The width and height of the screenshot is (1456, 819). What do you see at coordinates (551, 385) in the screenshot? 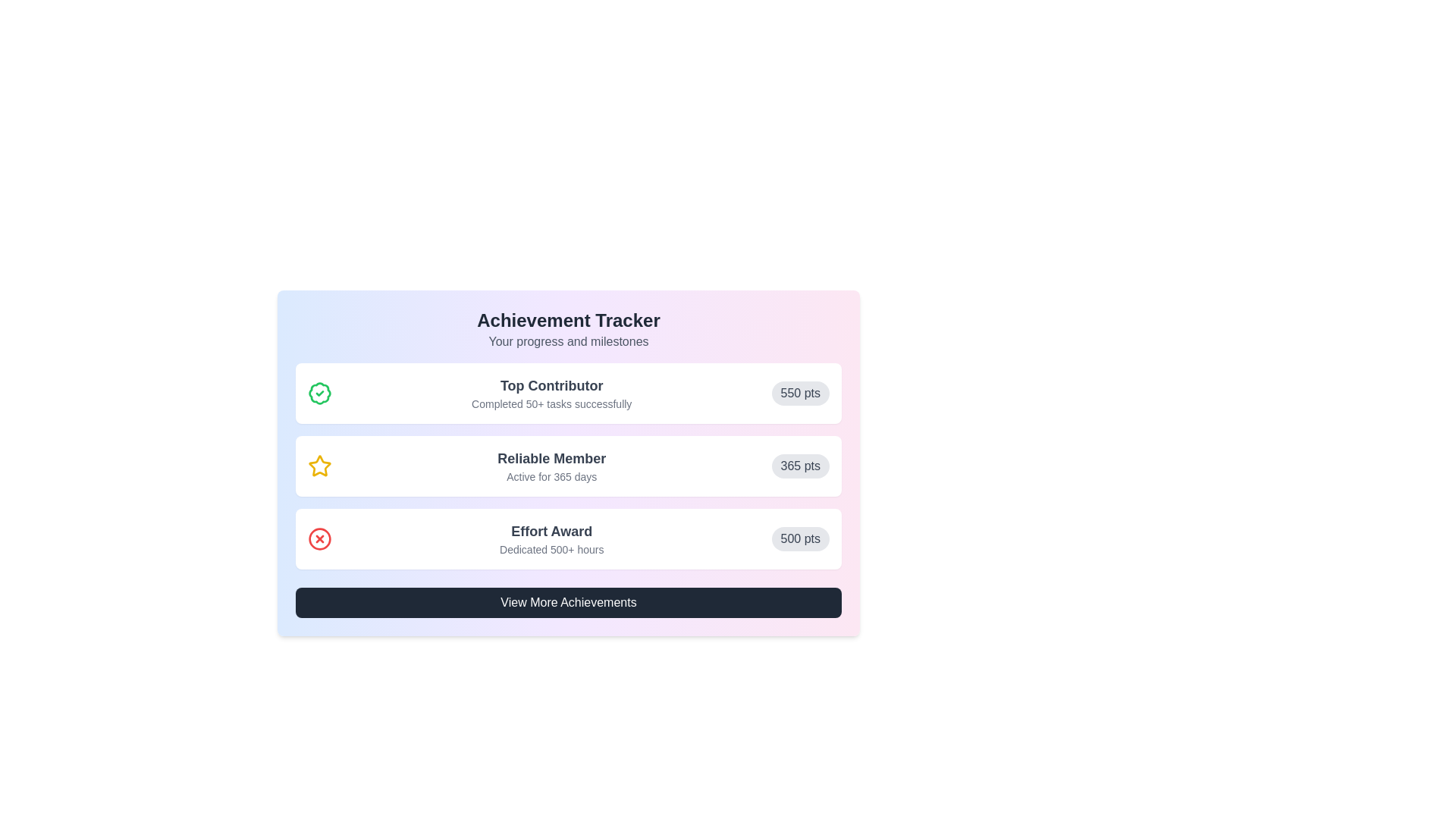
I see `text content of the heading for the first achievement entry, which is located at the top of the central section of the achievement list, directly above the description 'Completed 50+ tasks successfully'` at bounding box center [551, 385].